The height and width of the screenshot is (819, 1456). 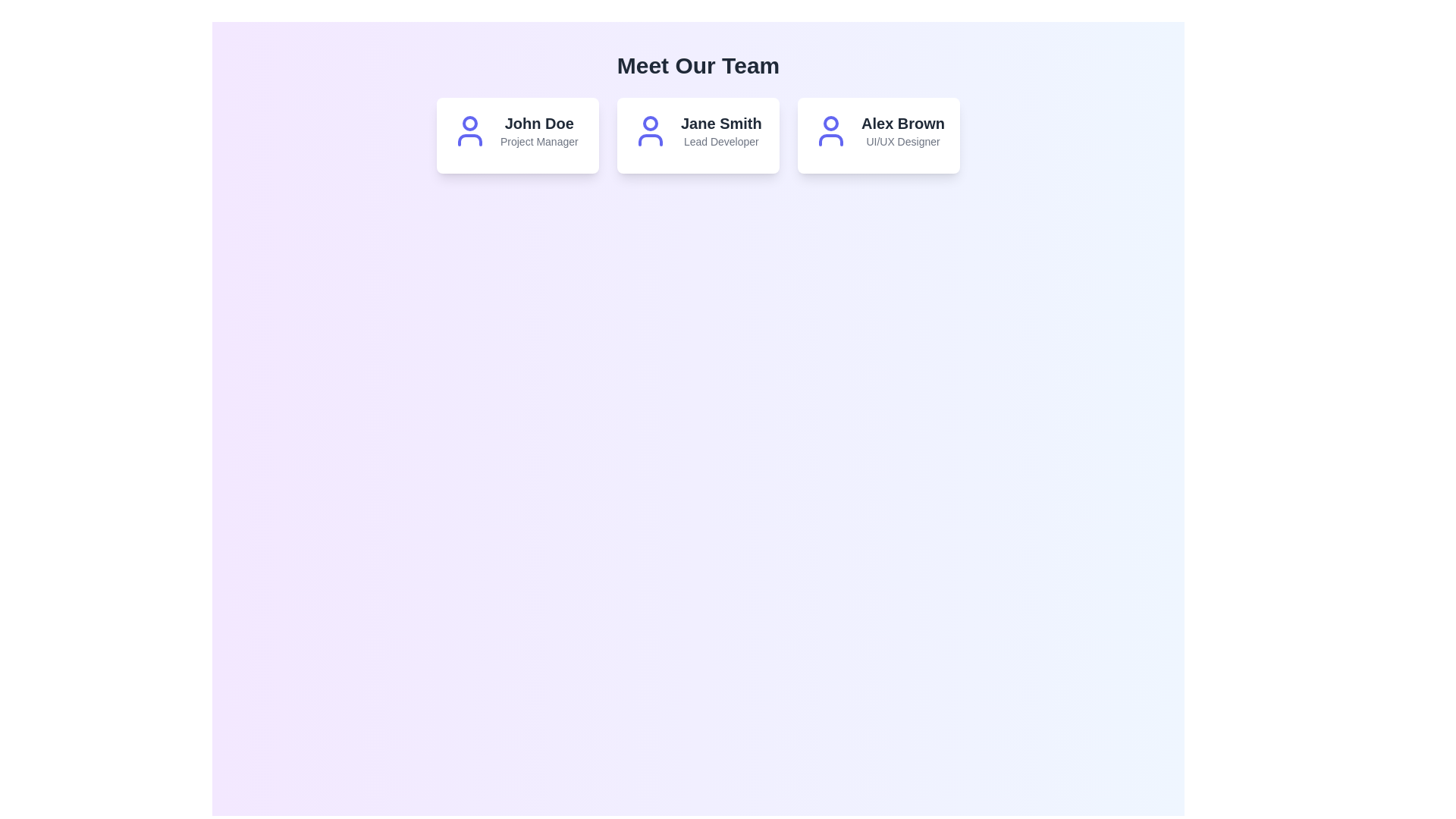 I want to click on the circular head component of the leftmost user icon under 'Meet Our Team', which represents the head of the human figure icon, so click(x=469, y=122).